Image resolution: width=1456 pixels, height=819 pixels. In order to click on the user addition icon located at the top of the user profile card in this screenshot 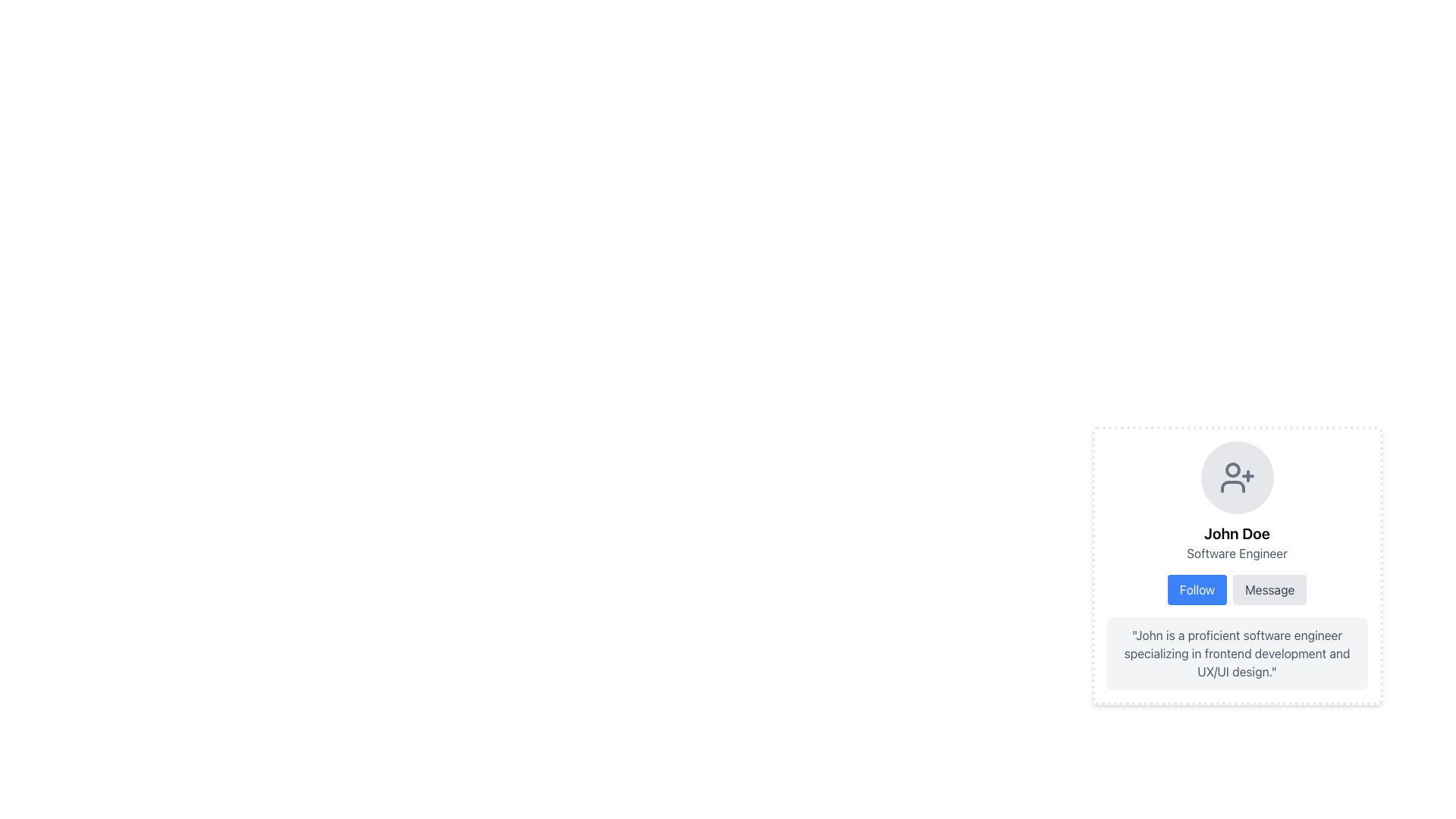, I will do `click(1237, 476)`.